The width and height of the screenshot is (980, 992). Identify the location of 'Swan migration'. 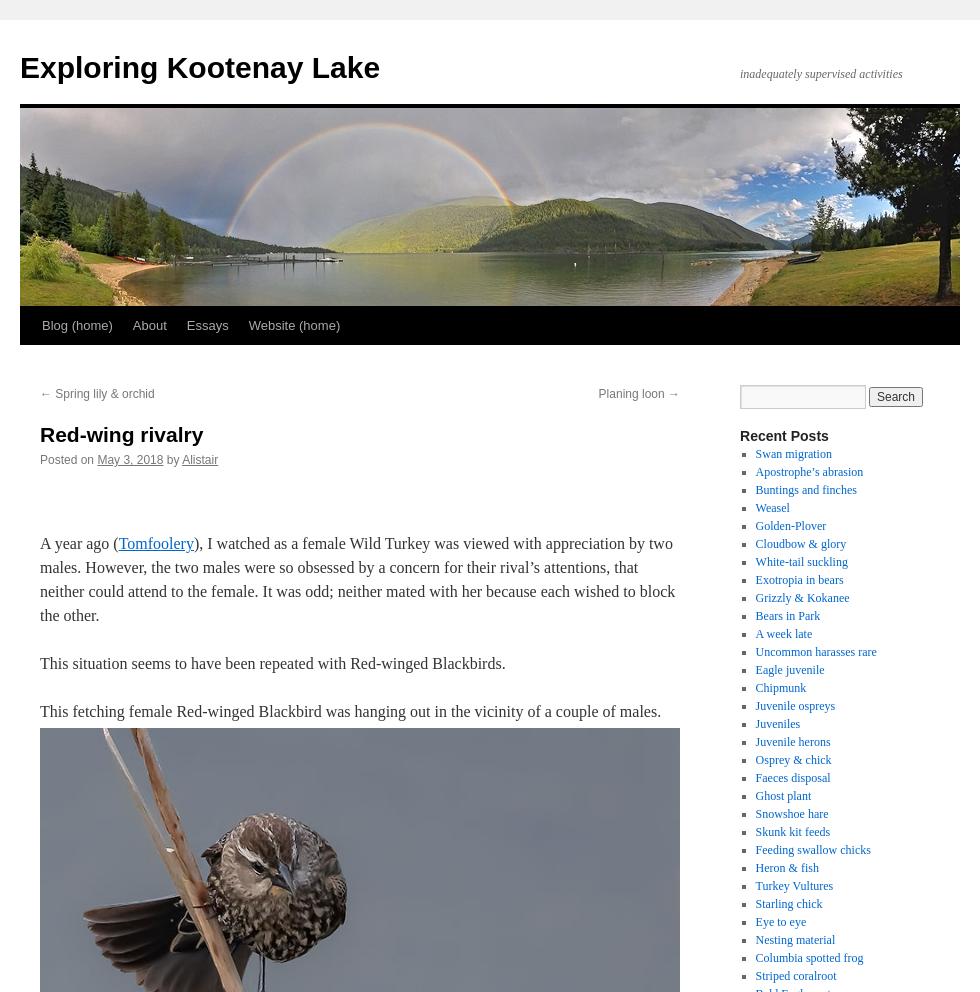
(793, 453).